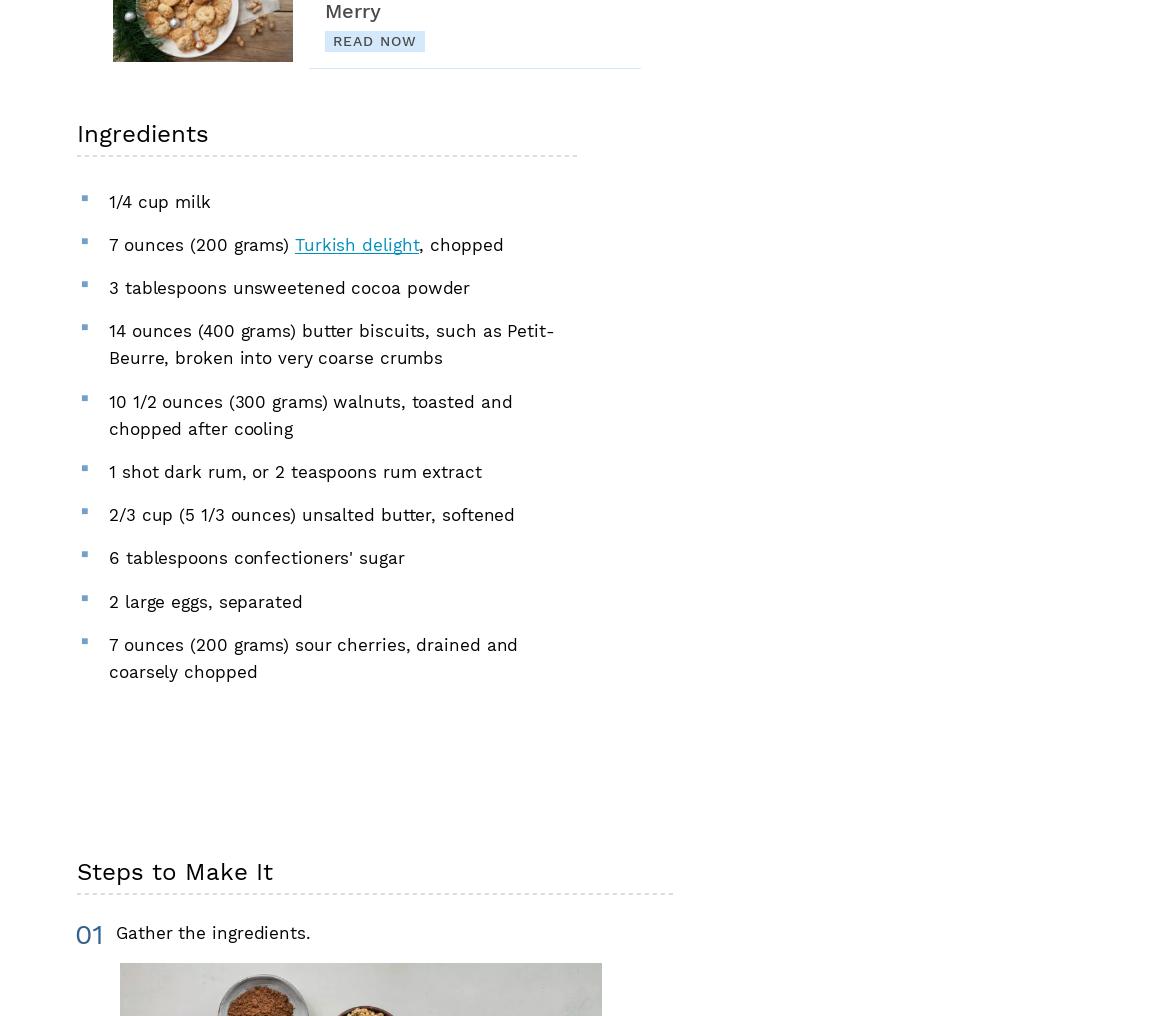 The image size is (1150, 1016). What do you see at coordinates (112, 556) in the screenshot?
I see `'6'` at bounding box center [112, 556].